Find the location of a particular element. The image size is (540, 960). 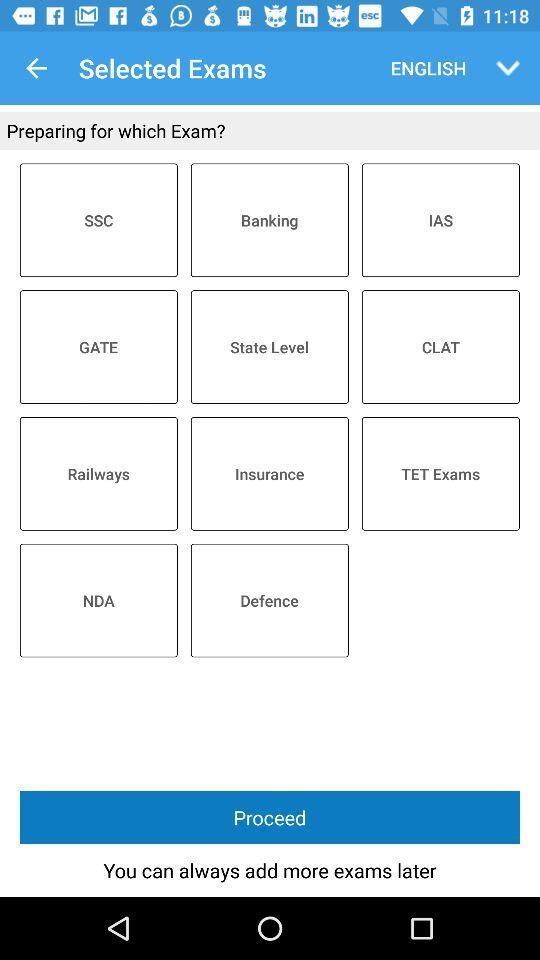

app next to the selected exams item is located at coordinates (36, 68).